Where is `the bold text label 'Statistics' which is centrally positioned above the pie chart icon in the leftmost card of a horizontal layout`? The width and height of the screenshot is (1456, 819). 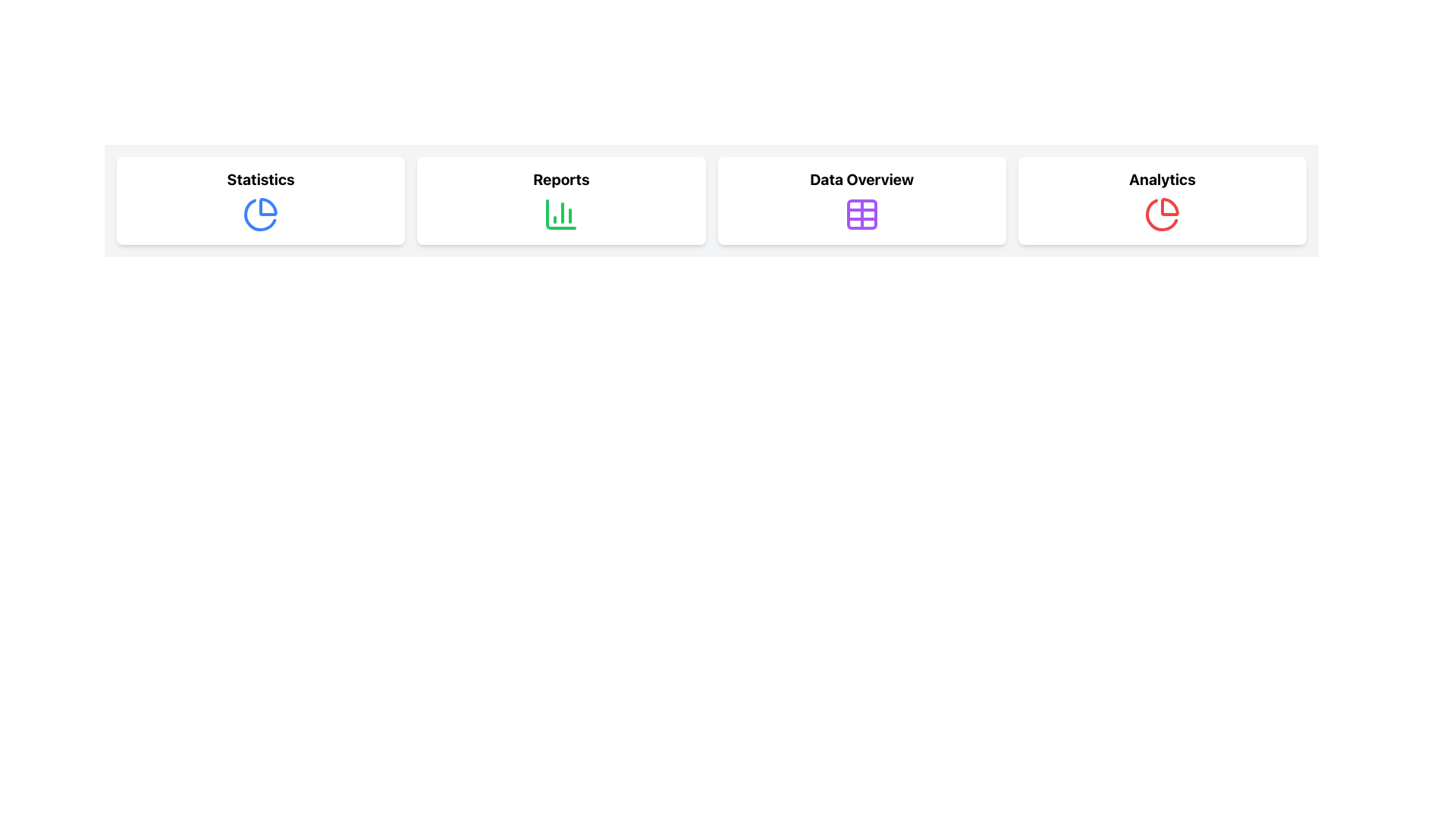 the bold text label 'Statistics' which is centrally positioned above the pie chart icon in the leftmost card of a horizontal layout is located at coordinates (261, 178).